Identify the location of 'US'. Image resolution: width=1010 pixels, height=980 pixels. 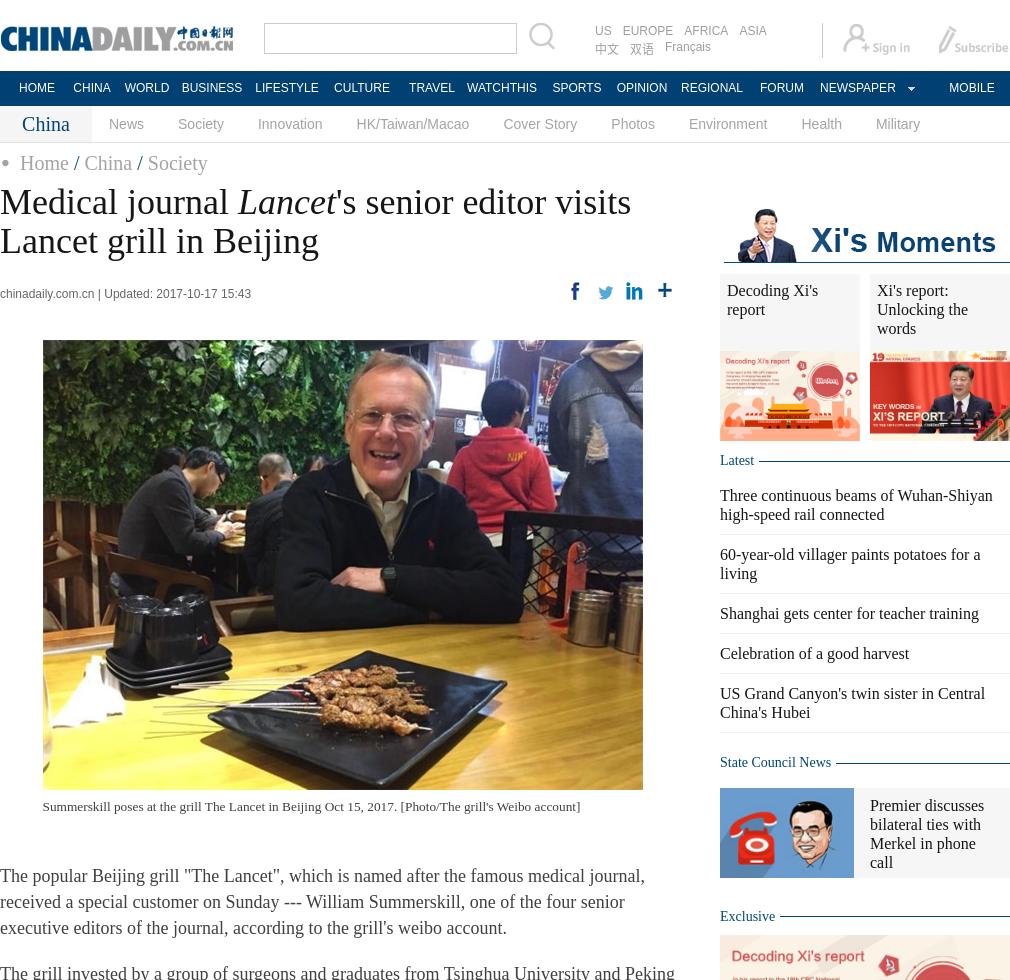
(601, 30).